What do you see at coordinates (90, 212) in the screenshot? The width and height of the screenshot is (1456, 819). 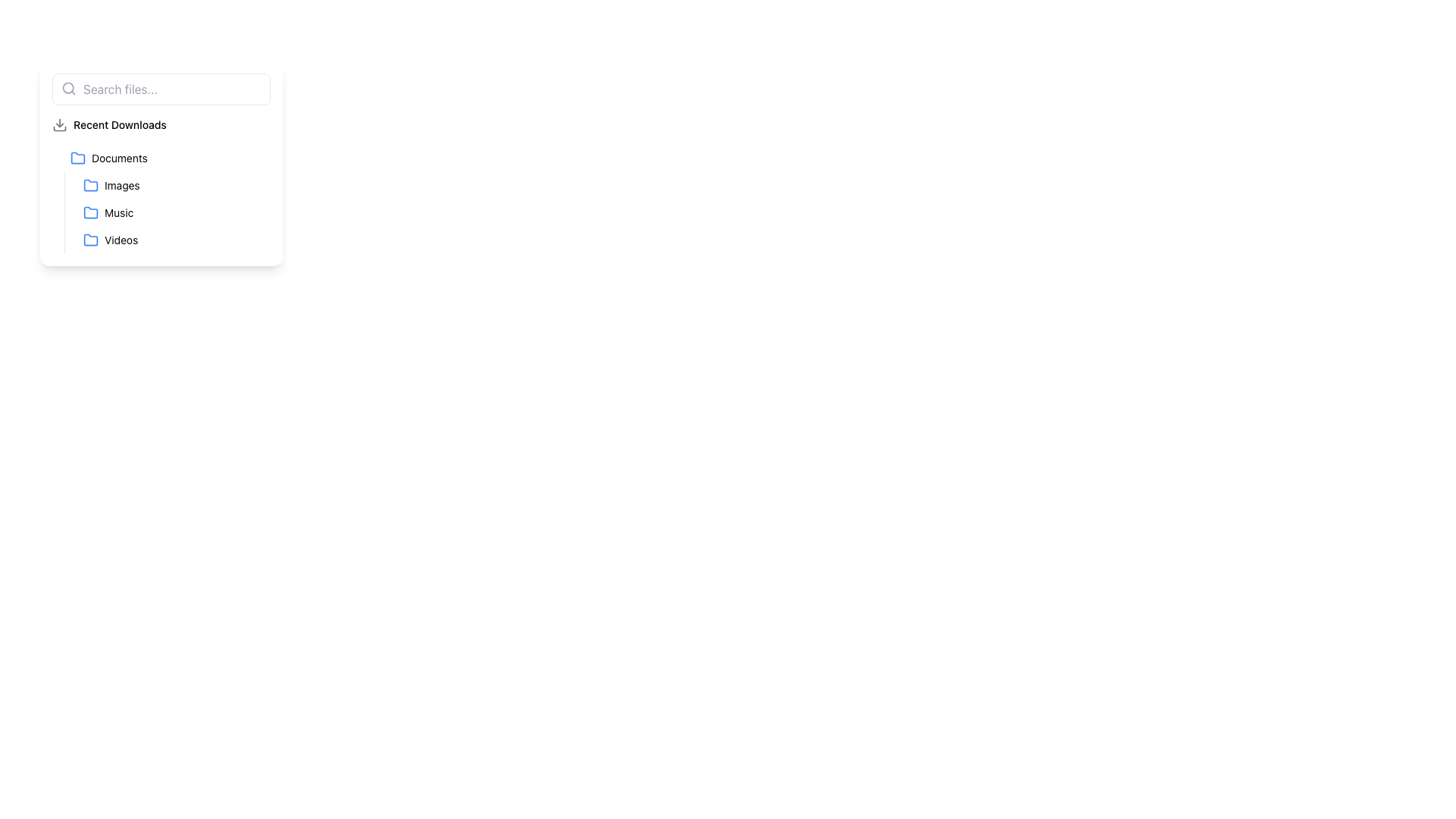 I see `the folder icon representing the 'Music' directory, which is the third icon in a vertical list of folder icons, located below the 'Images' folder icon and above the 'Videos' folder icon` at bounding box center [90, 212].